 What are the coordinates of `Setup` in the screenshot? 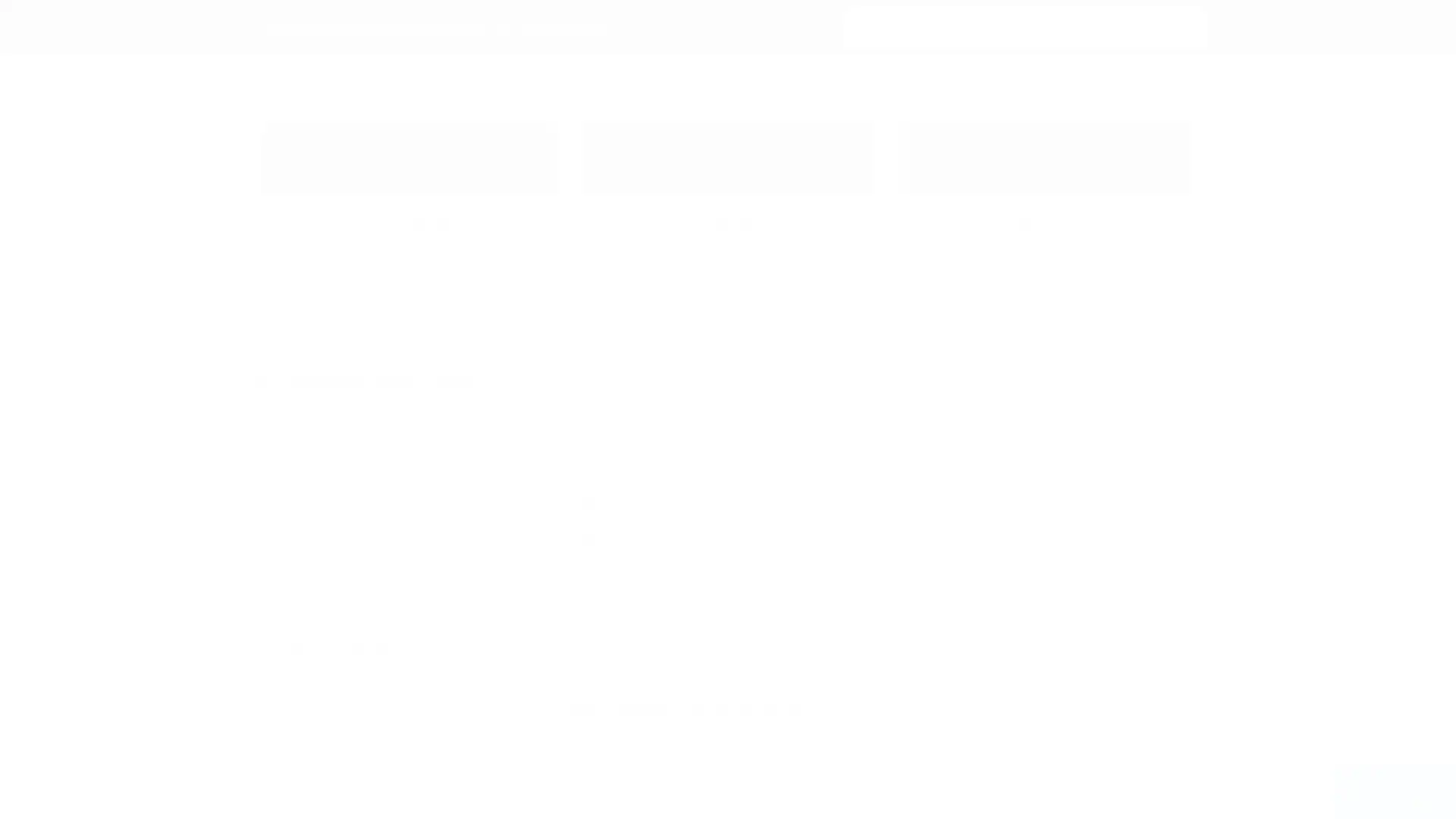 It's located at (378, 465).